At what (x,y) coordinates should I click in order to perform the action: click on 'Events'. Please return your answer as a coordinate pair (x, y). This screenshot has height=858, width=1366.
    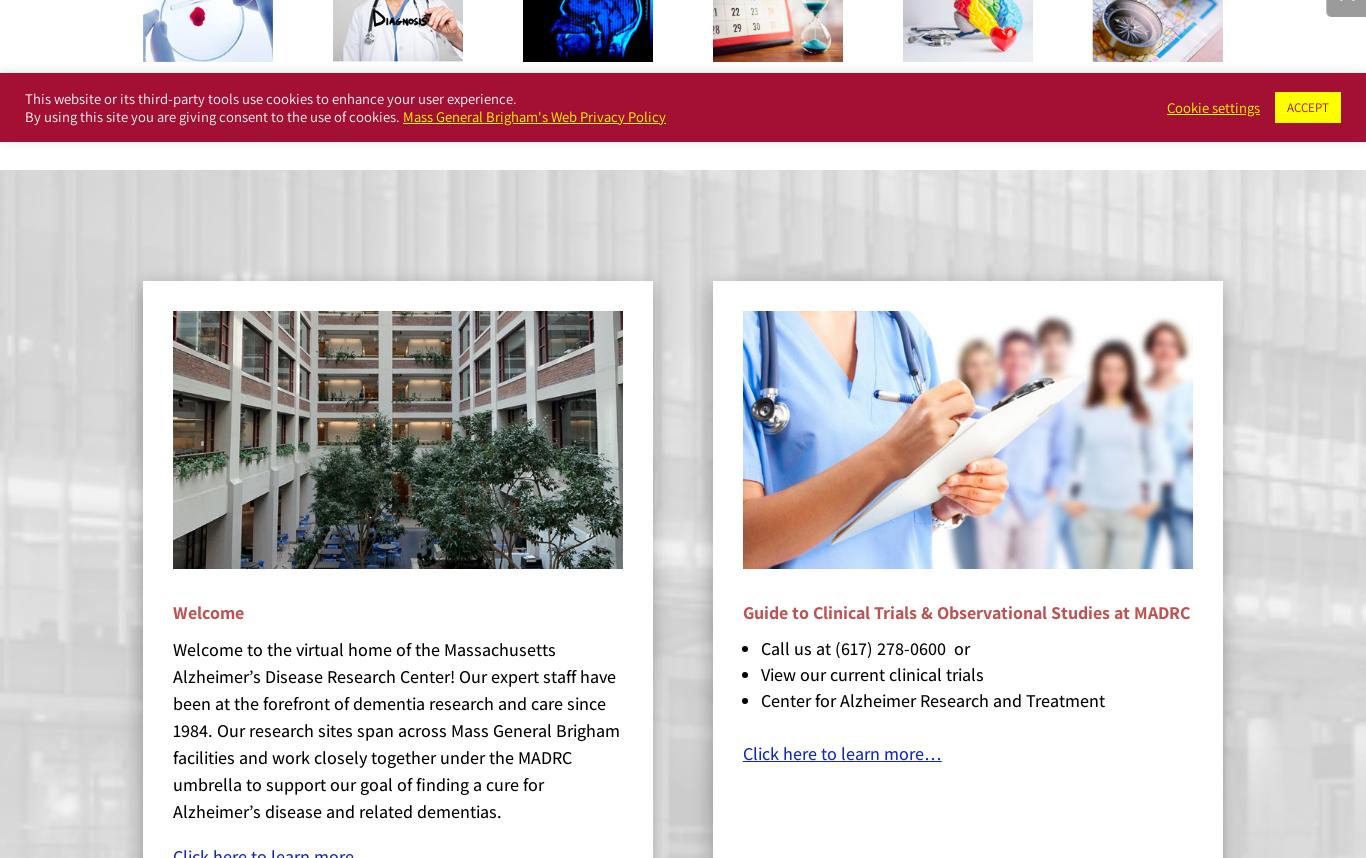
    Looking at the image, I should click on (751, 103).